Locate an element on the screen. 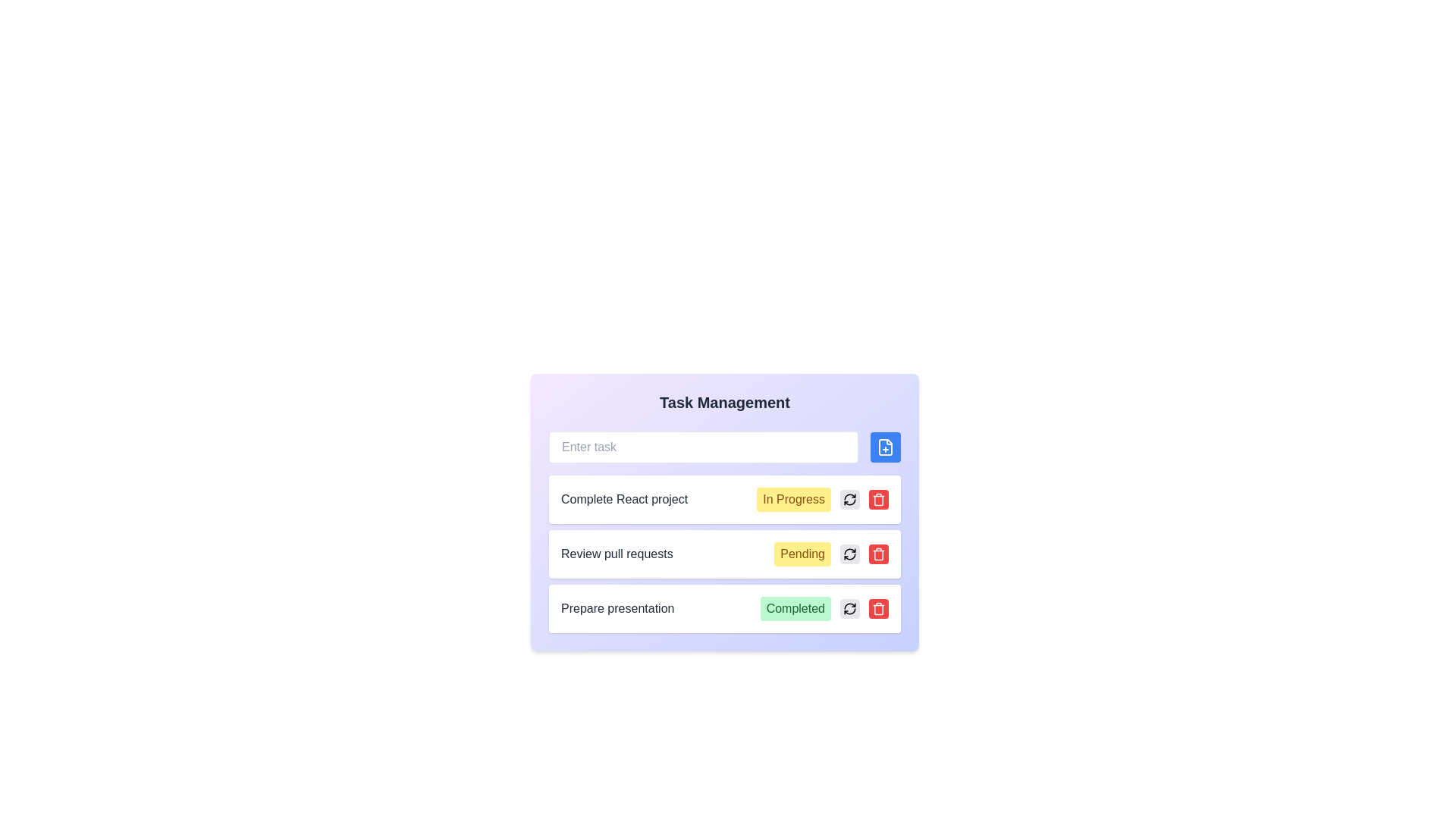 The image size is (1456, 819). the interactive icons for actions like editing or deleting the task in the Task entry row labeled 'Review pull requests' with a status indicator 'Pending' is located at coordinates (723, 554).